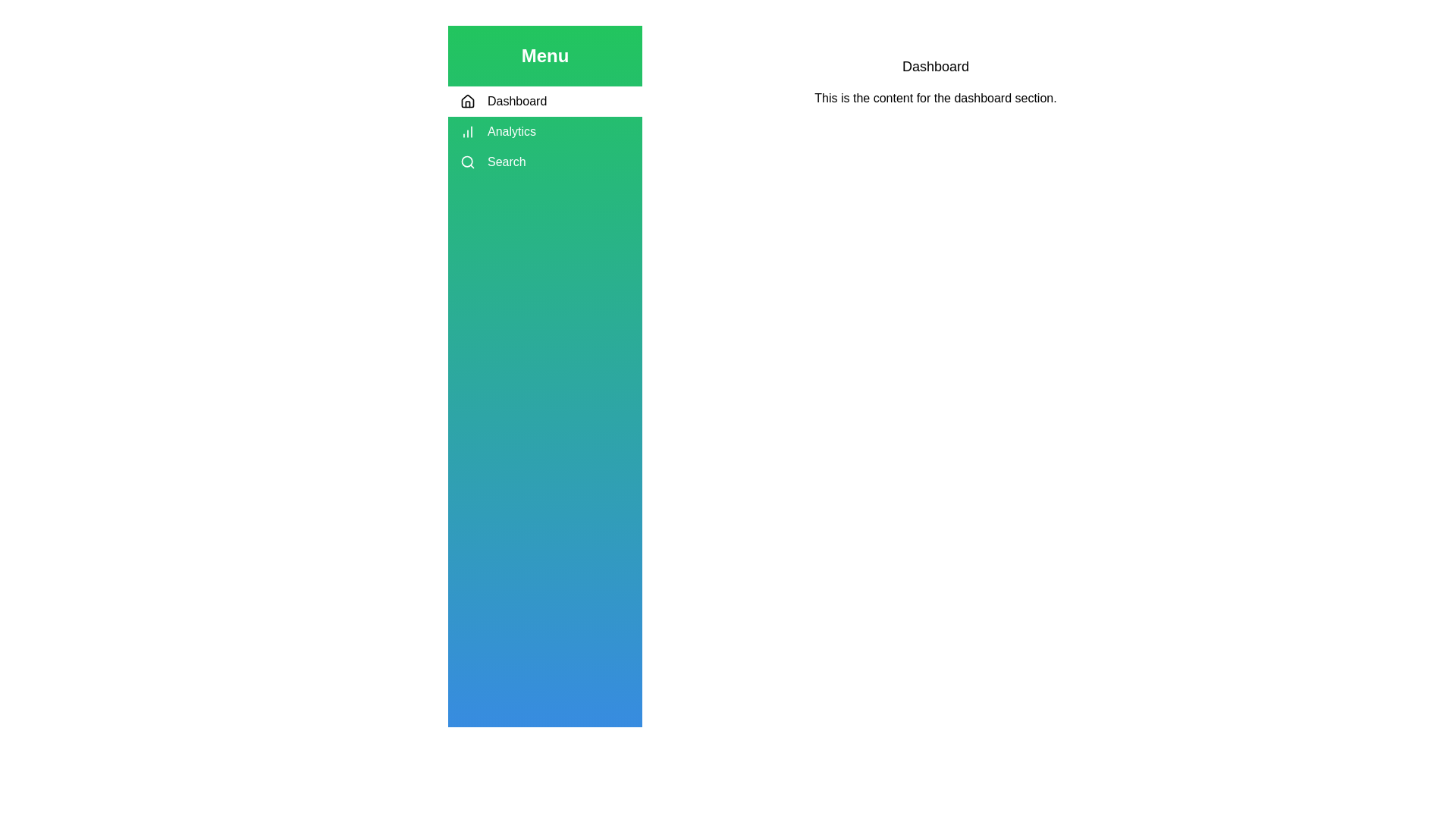 This screenshot has height=819, width=1456. I want to click on the tab labeled Dashboard to view its hover effects, so click(545, 102).